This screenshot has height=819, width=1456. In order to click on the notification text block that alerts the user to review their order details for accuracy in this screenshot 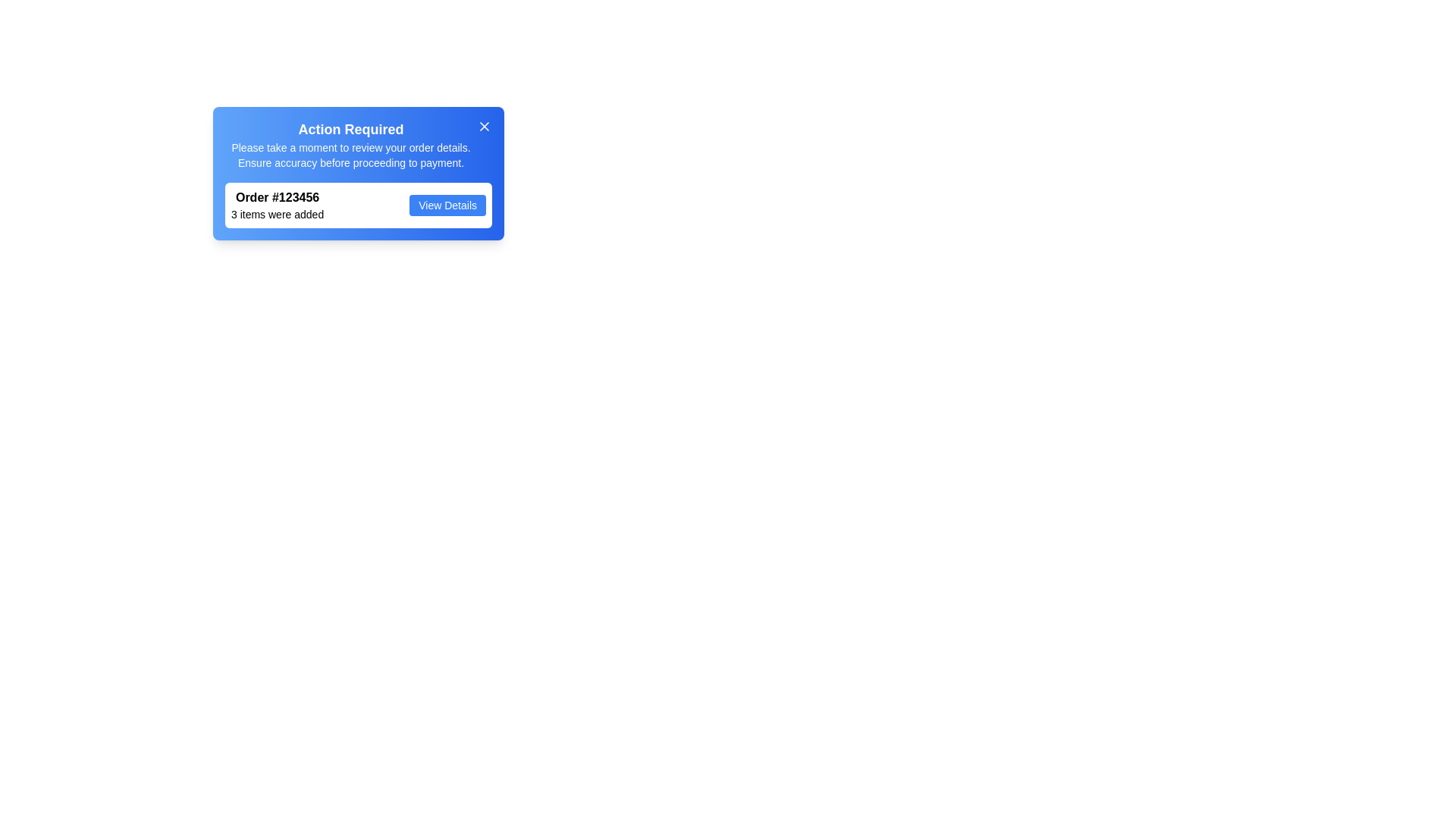, I will do `click(358, 145)`.